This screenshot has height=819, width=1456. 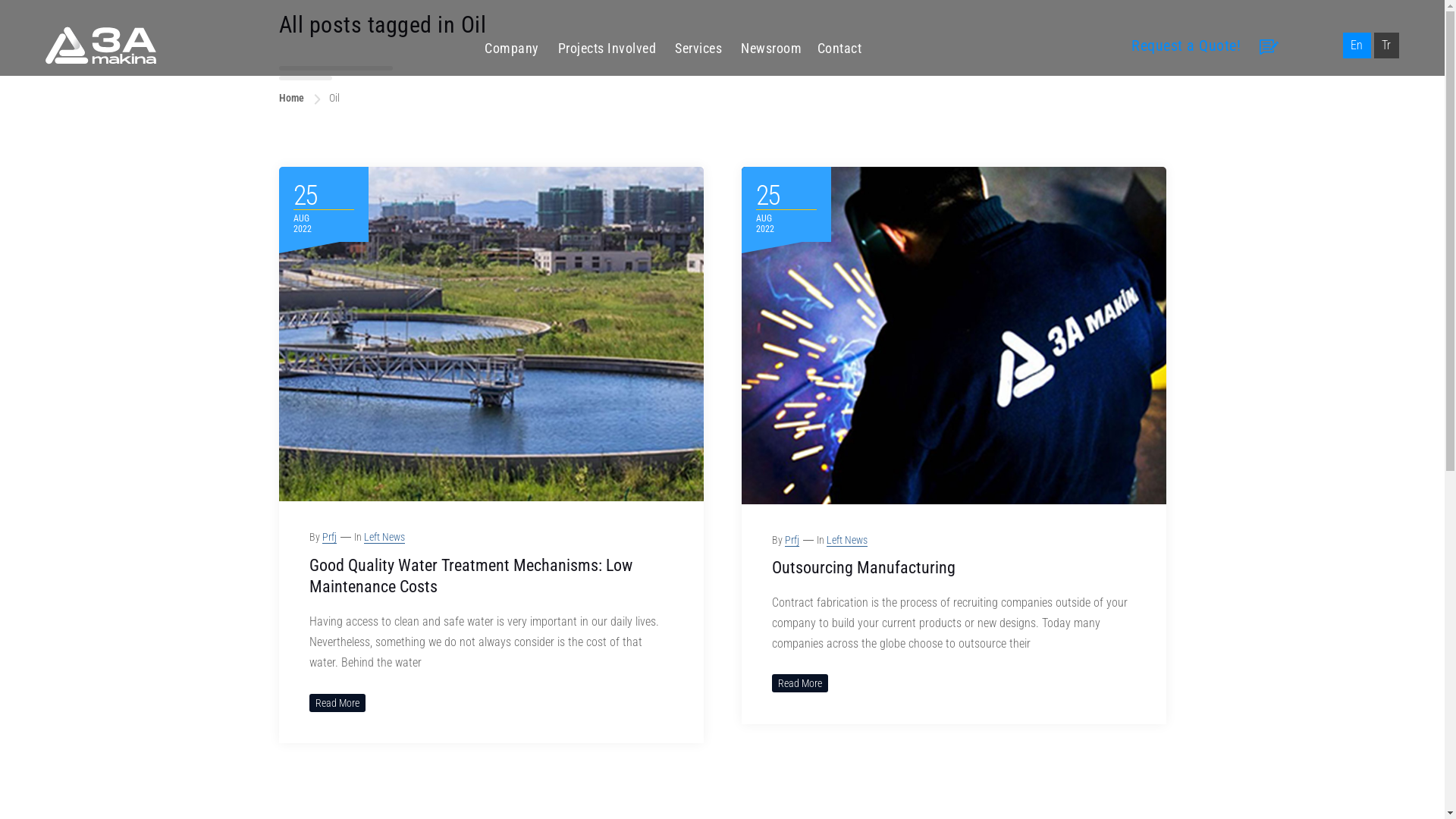 What do you see at coordinates (309, 702) in the screenshot?
I see `'Read More'` at bounding box center [309, 702].